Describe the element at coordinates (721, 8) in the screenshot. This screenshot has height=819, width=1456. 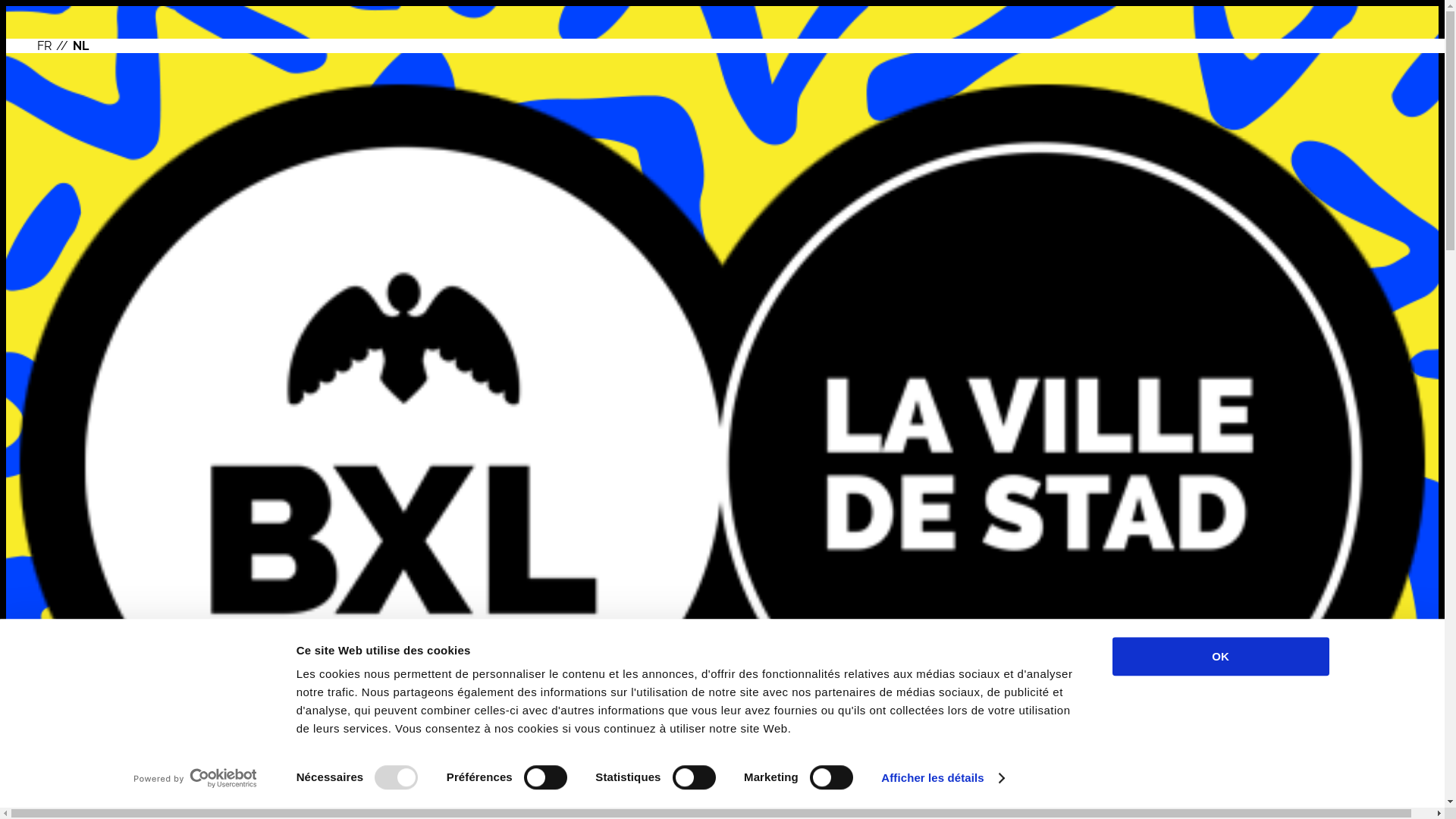
I see `'Overslaan en naar de inhoud gaan'` at that location.